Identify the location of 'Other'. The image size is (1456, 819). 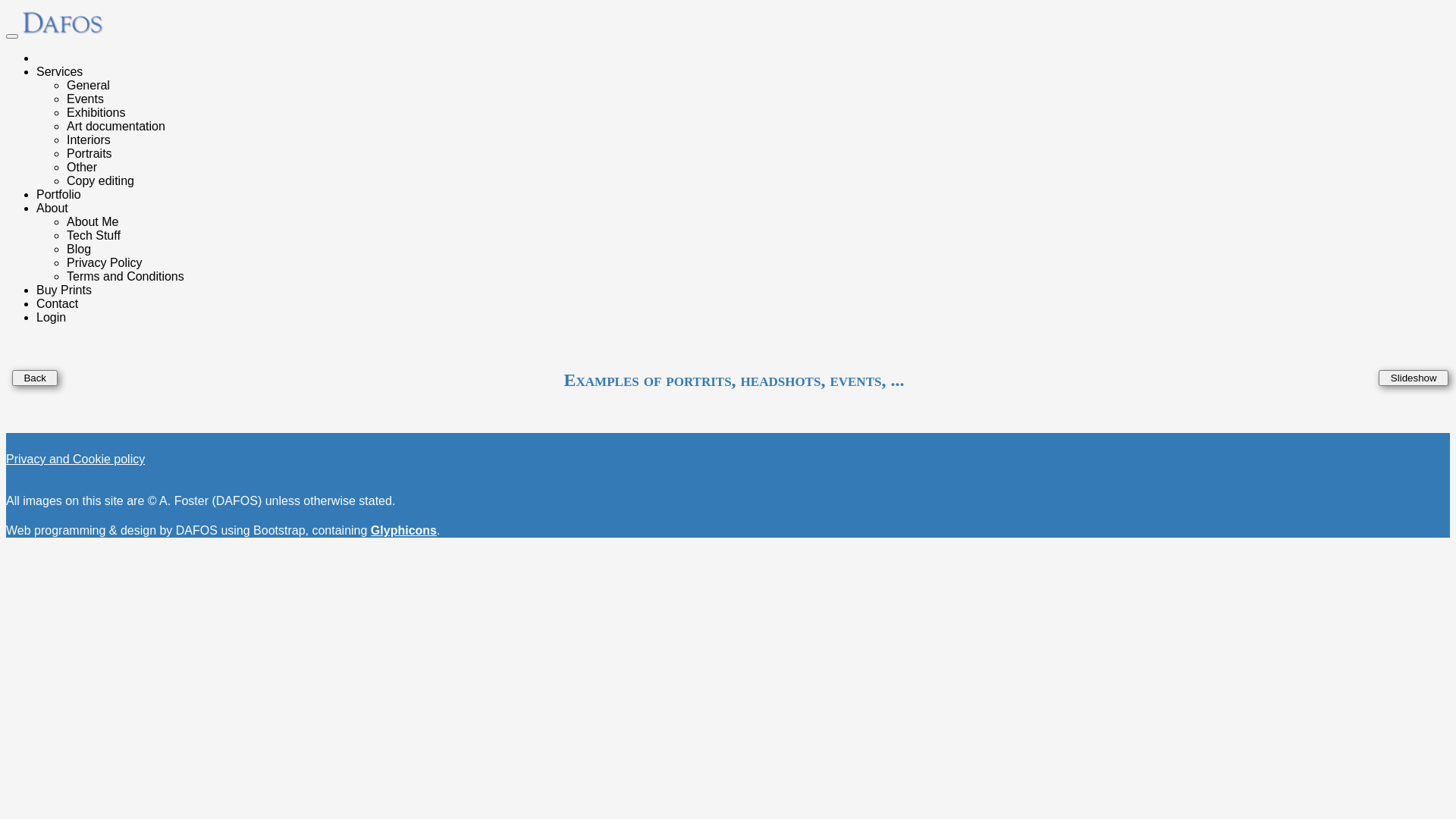
(80, 167).